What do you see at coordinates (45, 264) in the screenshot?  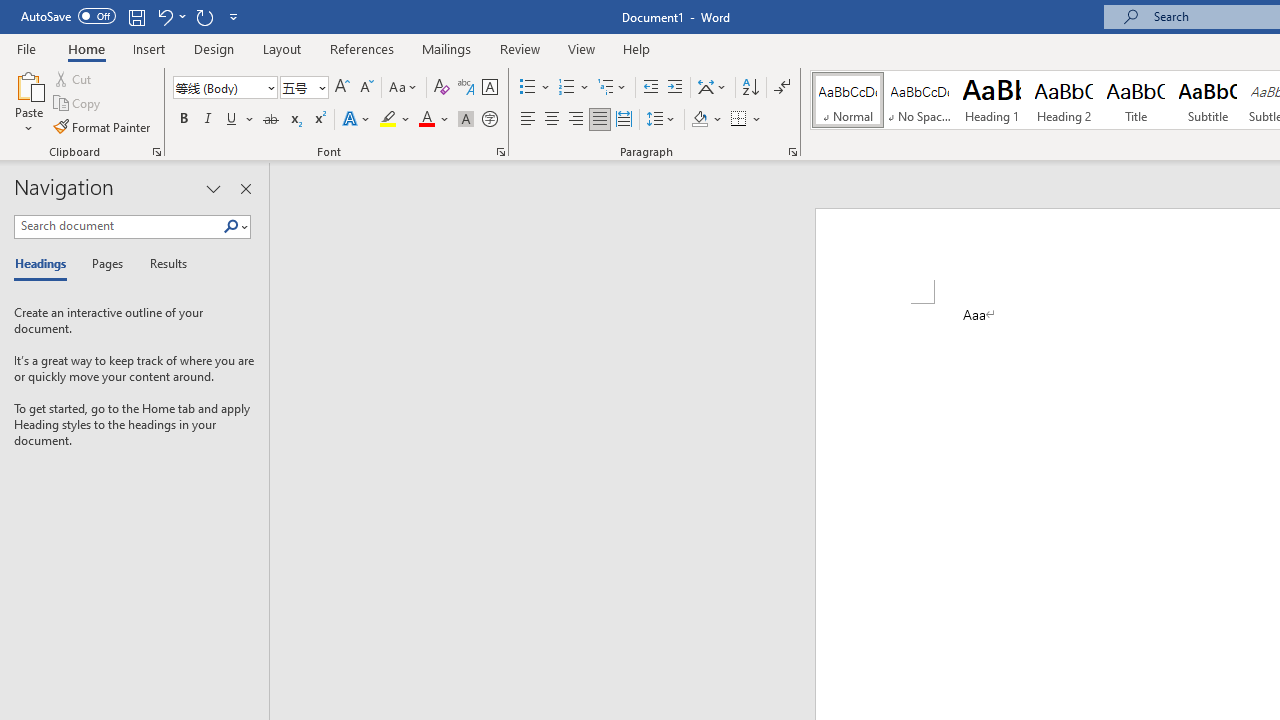 I see `'Headings'` at bounding box center [45, 264].